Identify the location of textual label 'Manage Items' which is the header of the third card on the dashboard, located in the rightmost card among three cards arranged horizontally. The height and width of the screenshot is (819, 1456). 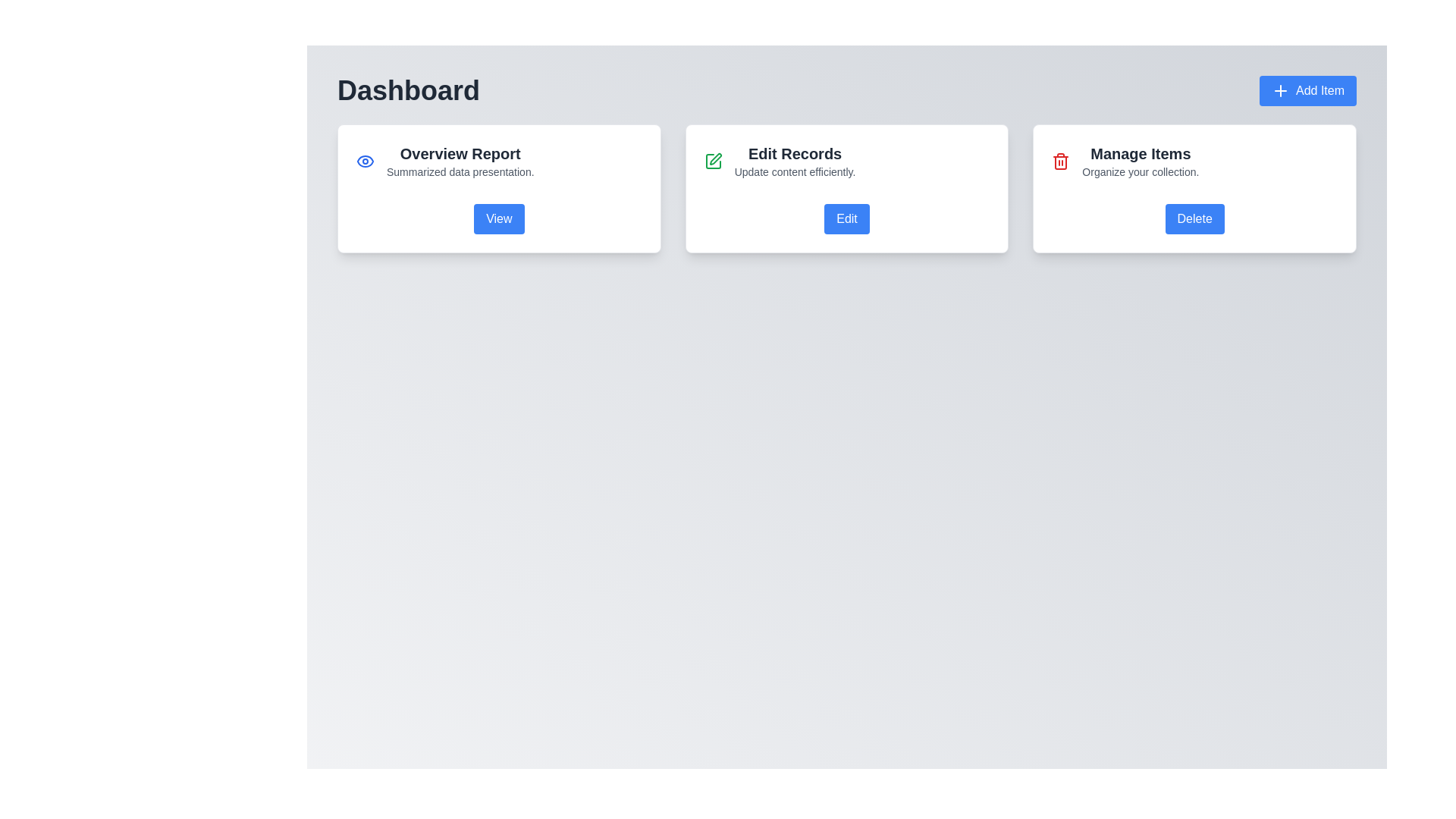
(1141, 161).